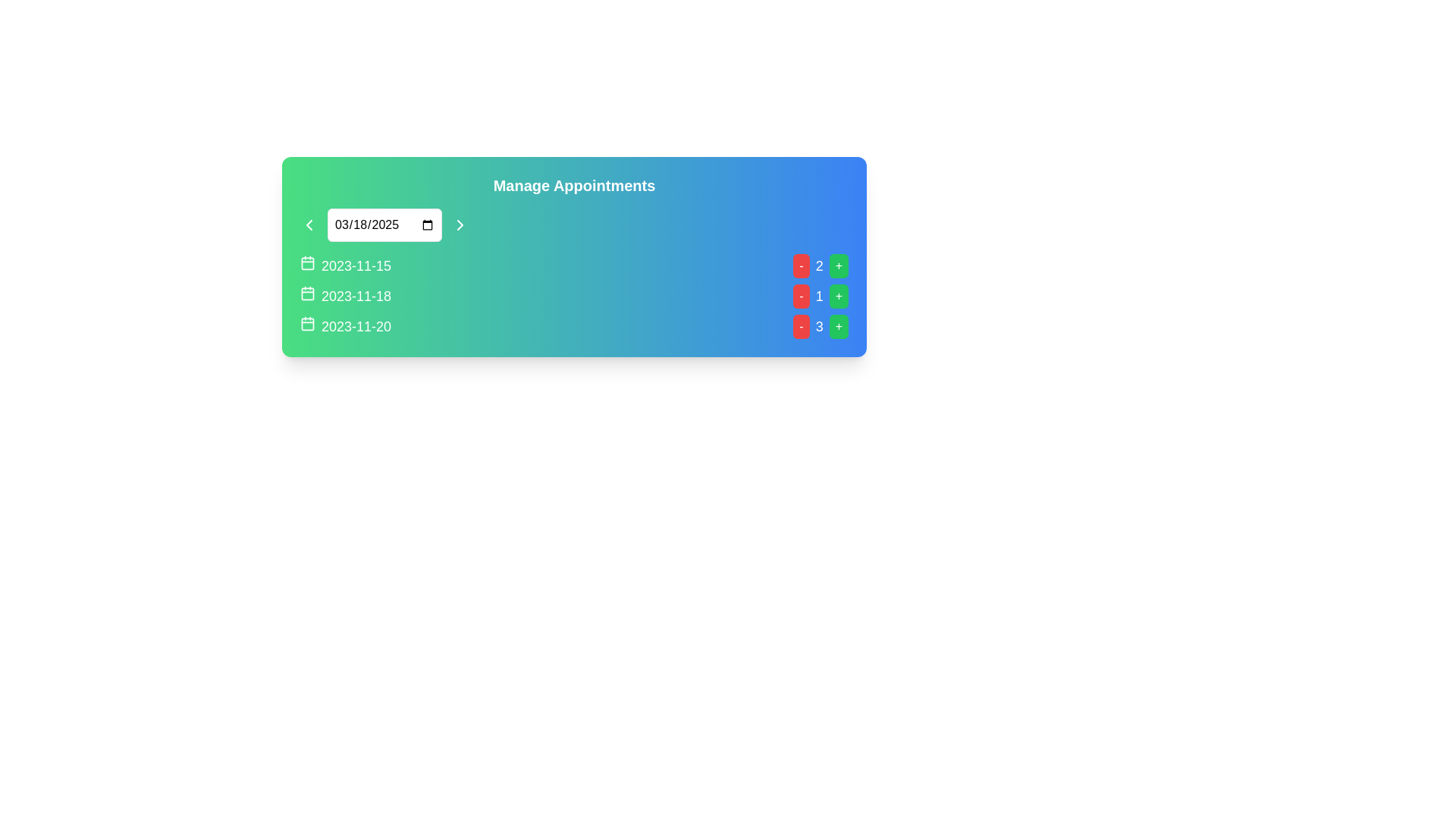 This screenshot has height=819, width=1456. I want to click on the Text Label that serves as a header or title for the component, indicating the purpose of the section below it, so click(573, 185).